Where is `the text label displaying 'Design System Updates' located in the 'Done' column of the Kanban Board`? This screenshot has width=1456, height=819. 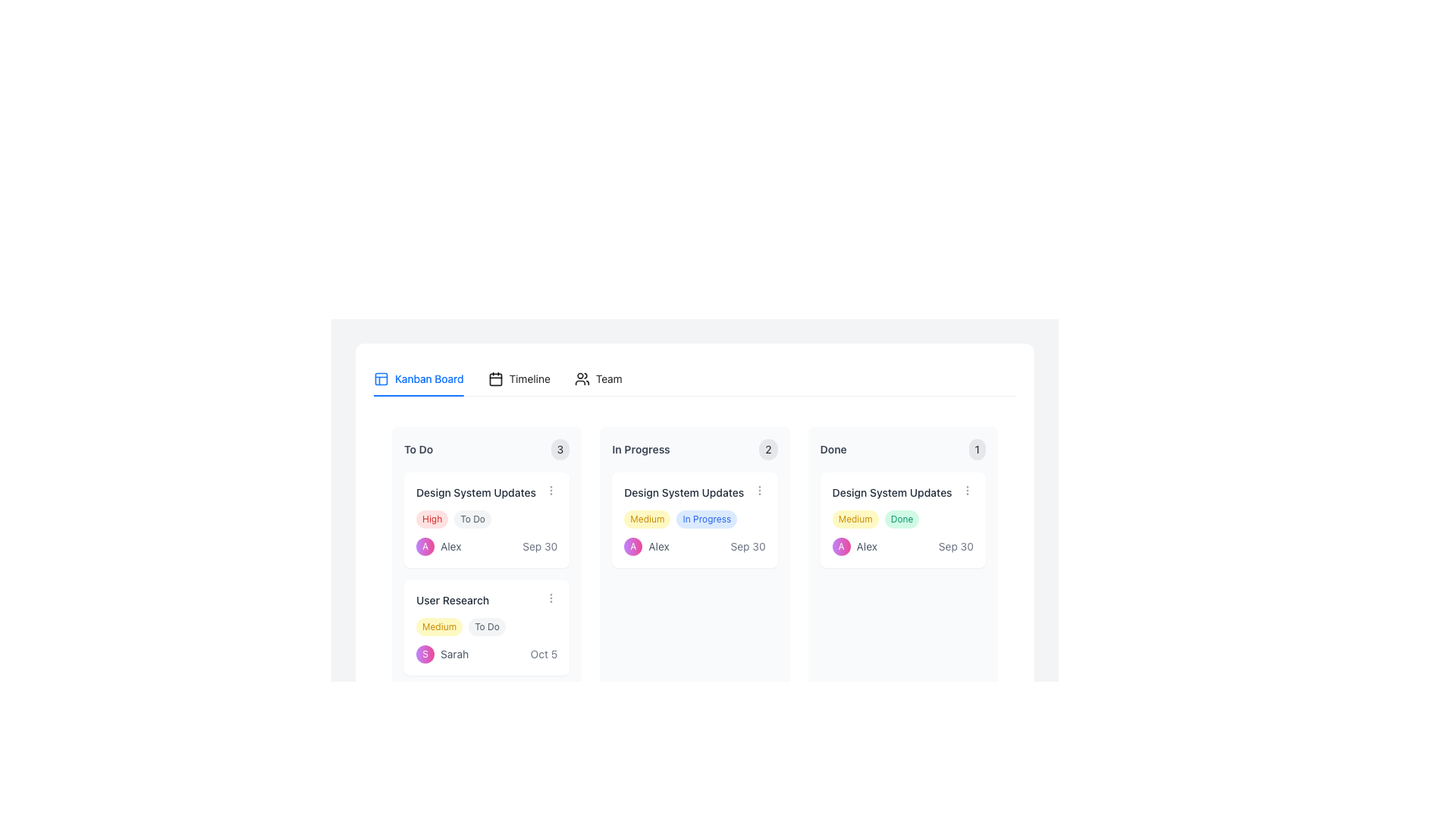
the text label displaying 'Design System Updates' located in the 'Done' column of the Kanban Board is located at coordinates (892, 493).